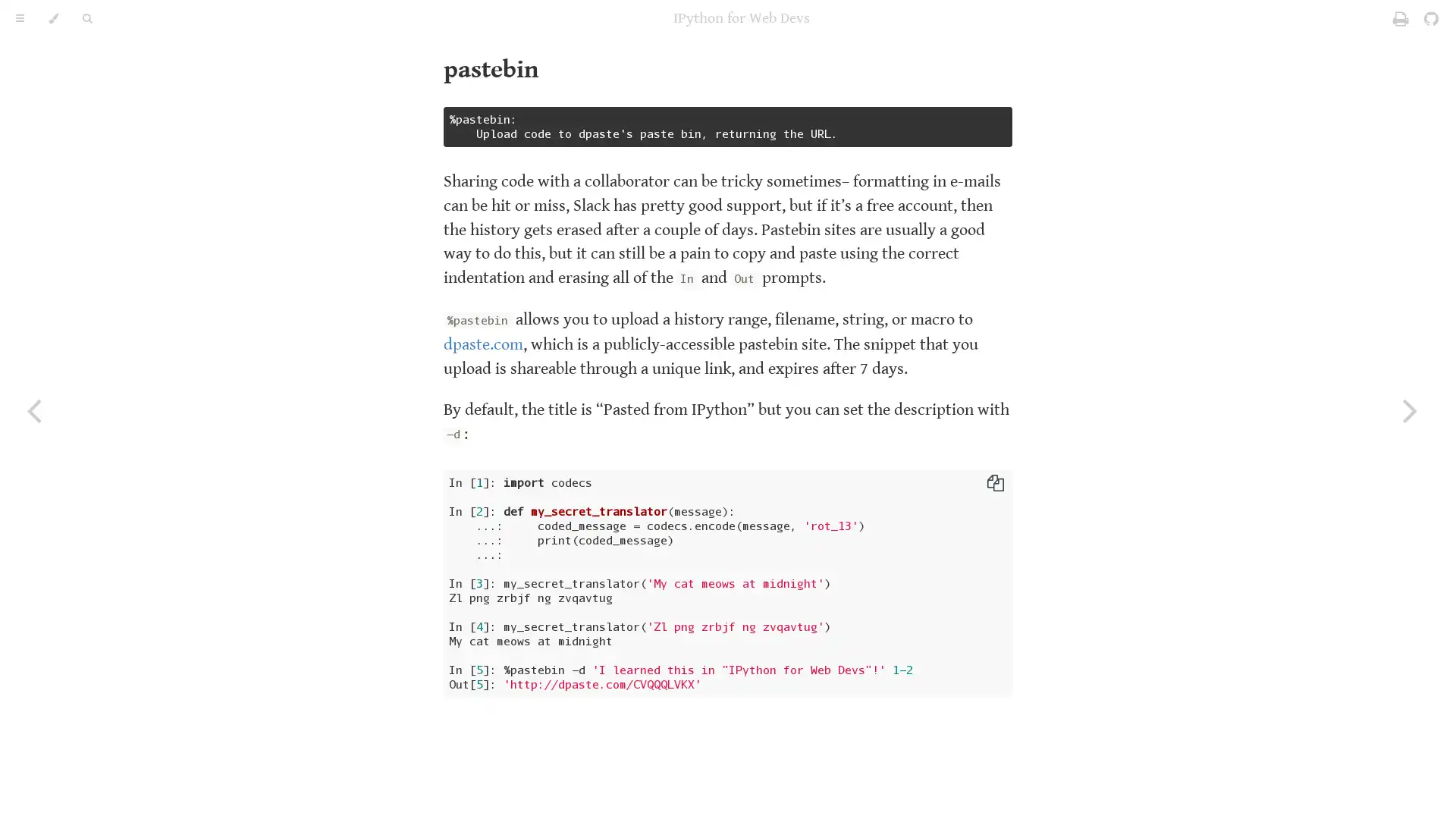 This screenshot has width=1456, height=819. What do you see at coordinates (996, 482) in the screenshot?
I see `Copy to clipboard` at bounding box center [996, 482].